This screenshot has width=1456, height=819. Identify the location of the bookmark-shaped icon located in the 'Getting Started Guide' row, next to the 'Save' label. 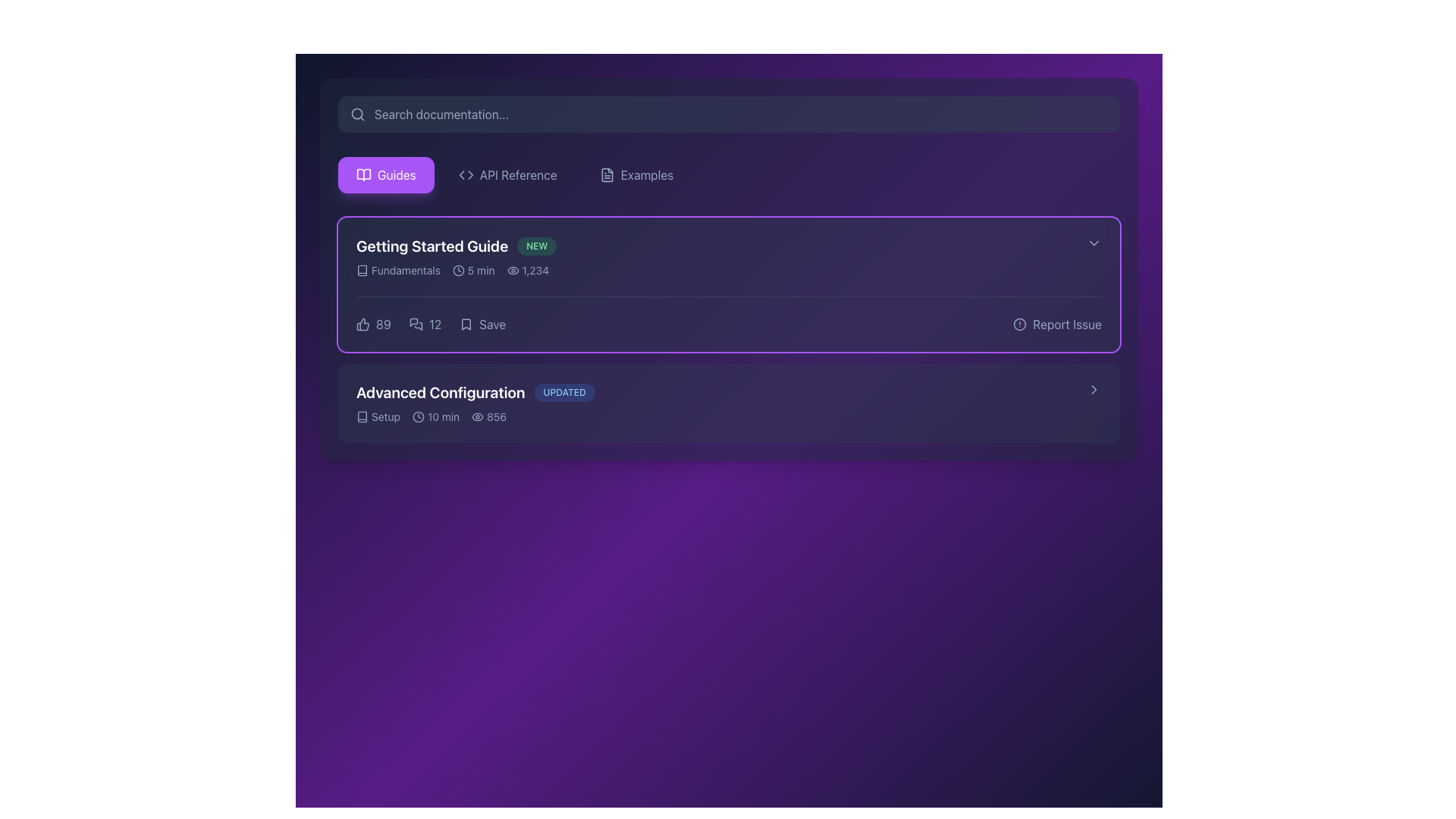
(466, 324).